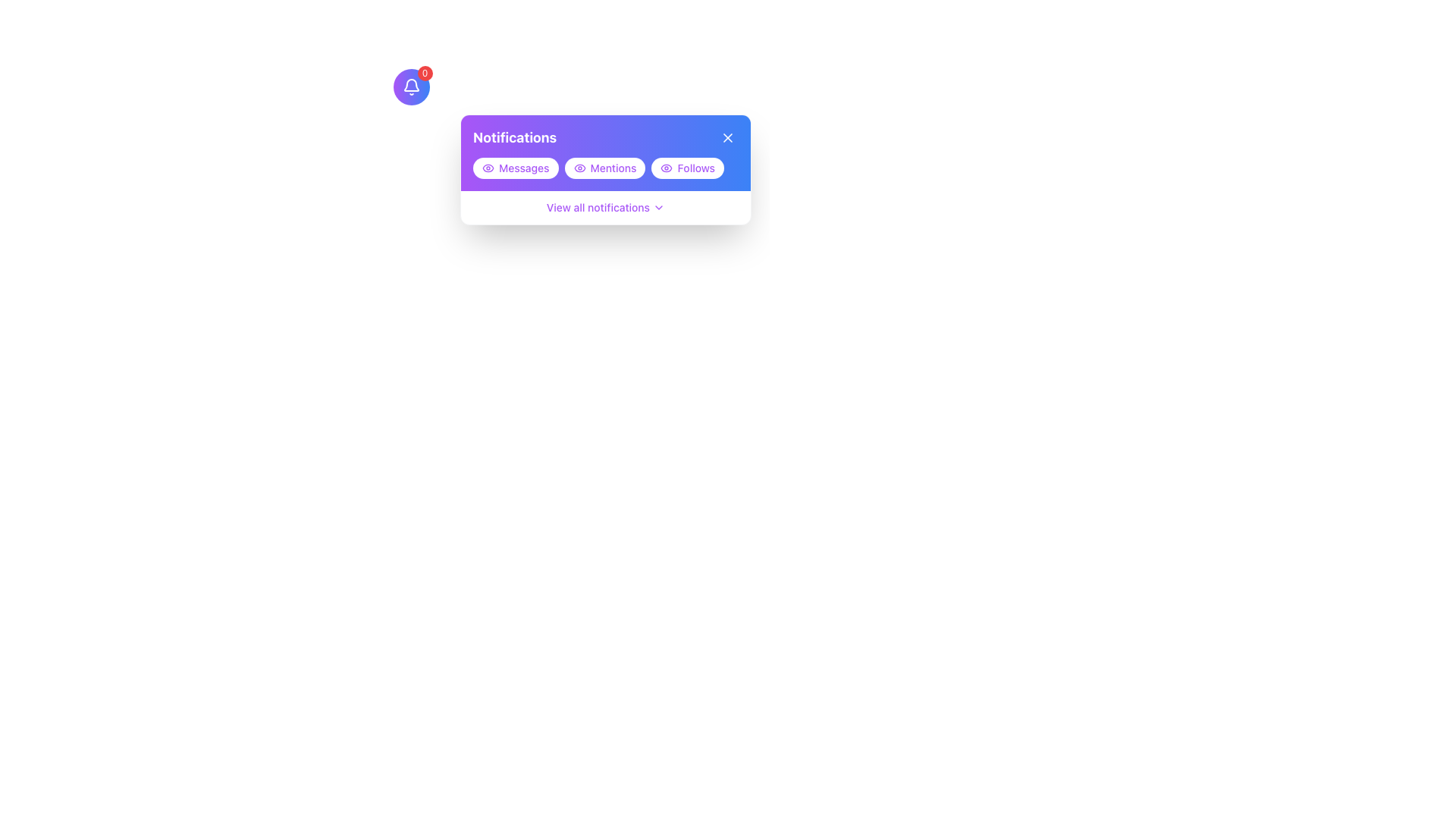 This screenshot has width=1456, height=819. What do you see at coordinates (516, 168) in the screenshot?
I see `the pill-shaped button labeled 'Messages' with a white background and purple text to filter messages` at bounding box center [516, 168].